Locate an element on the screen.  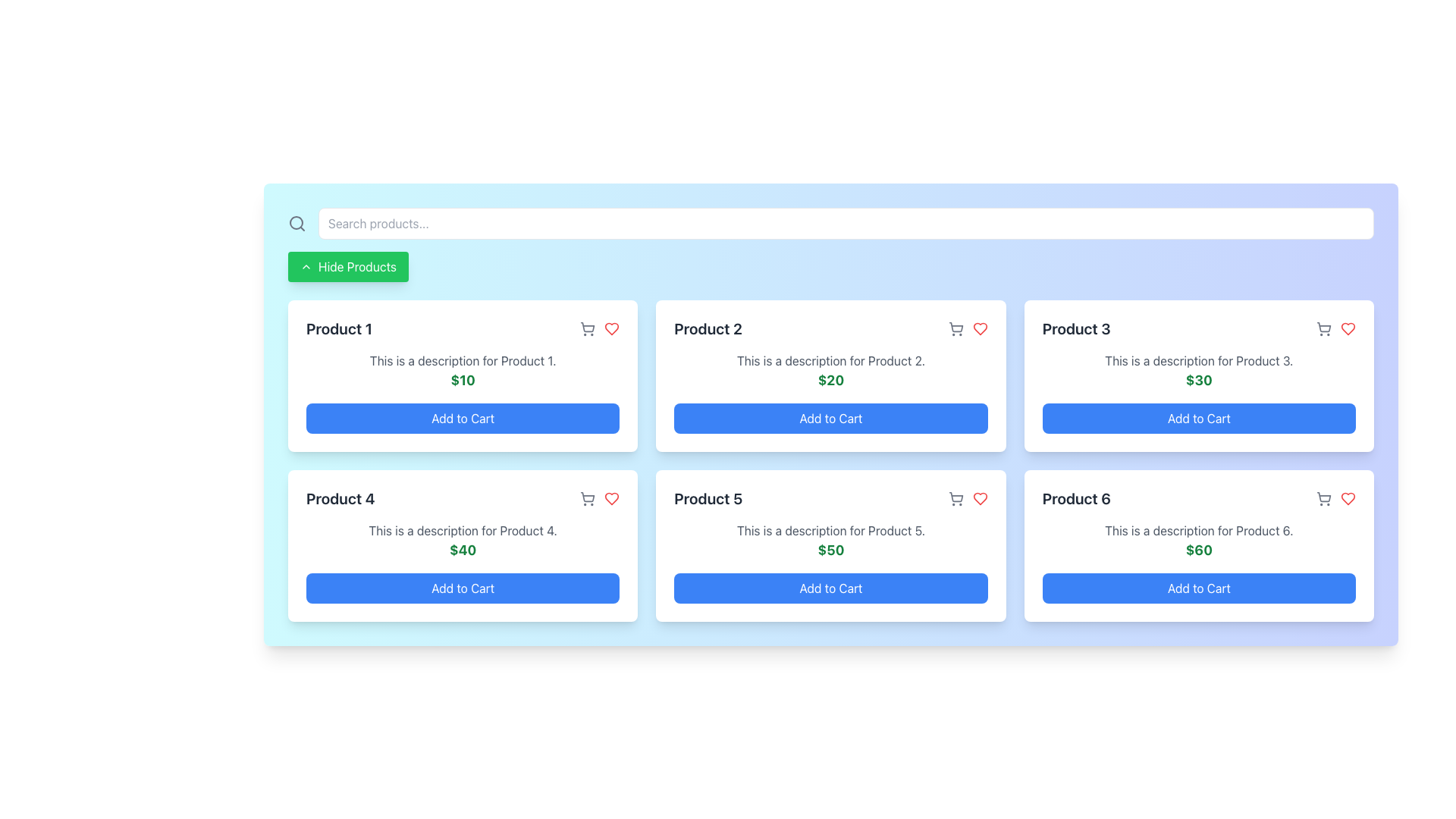
the heart icon in the second column of icons on the card for 'Product 6' is located at coordinates (1348, 499).